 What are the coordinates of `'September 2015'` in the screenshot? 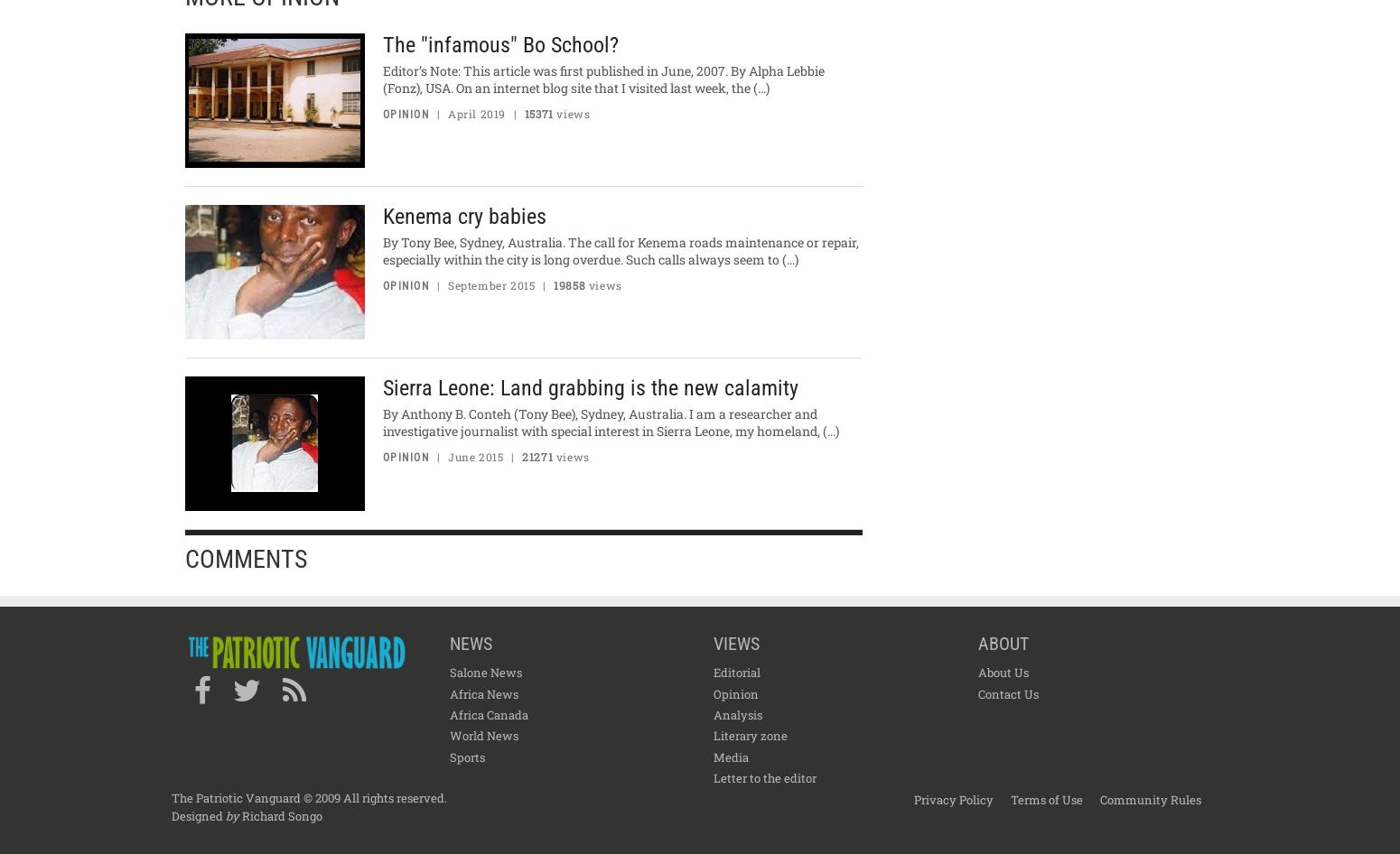 It's located at (490, 283).